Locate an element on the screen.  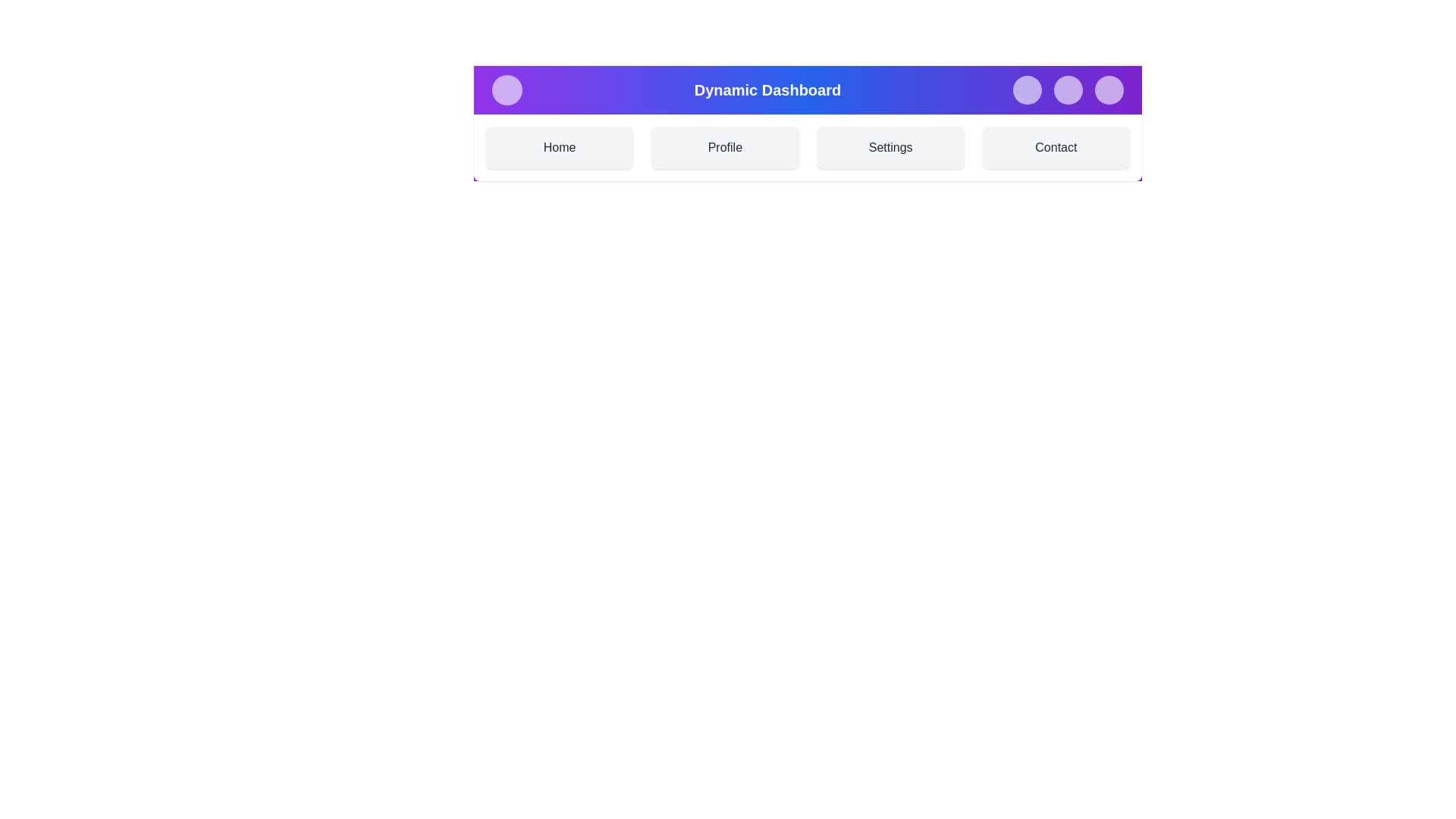
the 'Profile' section to view its content is located at coordinates (723, 148).